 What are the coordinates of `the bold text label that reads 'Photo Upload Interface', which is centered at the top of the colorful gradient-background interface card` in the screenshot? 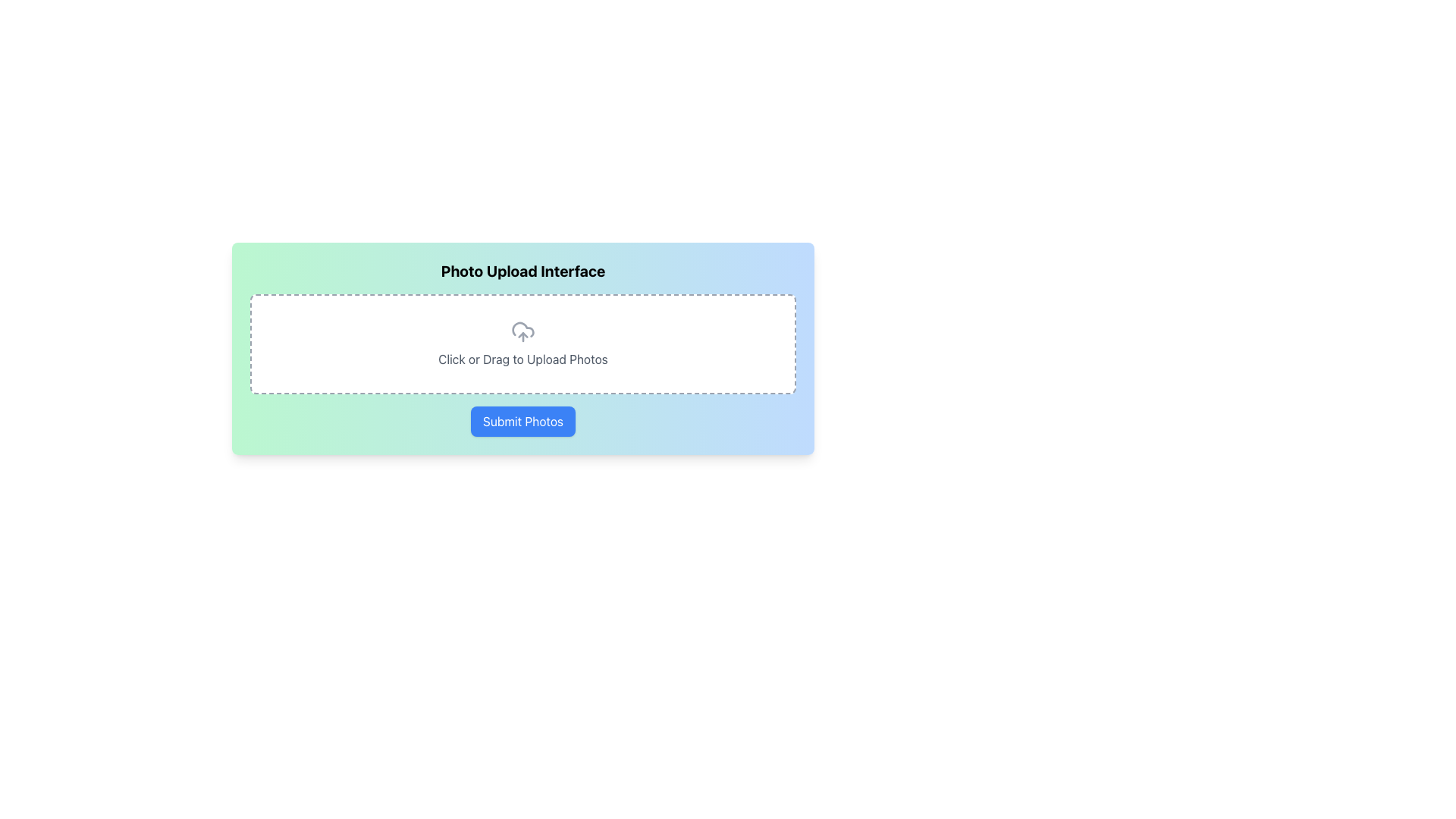 It's located at (523, 271).